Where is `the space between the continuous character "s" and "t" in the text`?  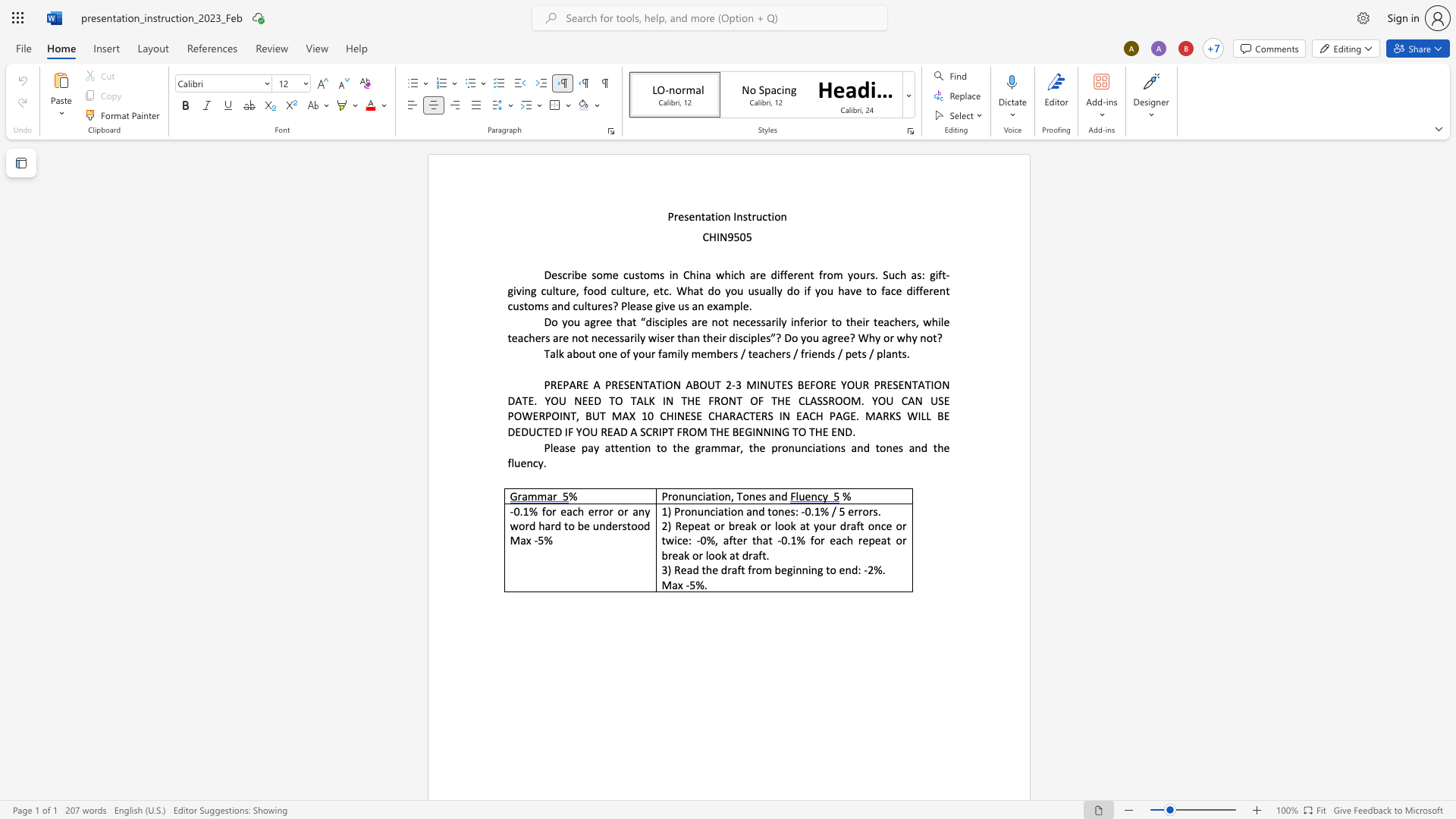
the space between the continuous character "s" and "t" in the text is located at coordinates (747, 216).